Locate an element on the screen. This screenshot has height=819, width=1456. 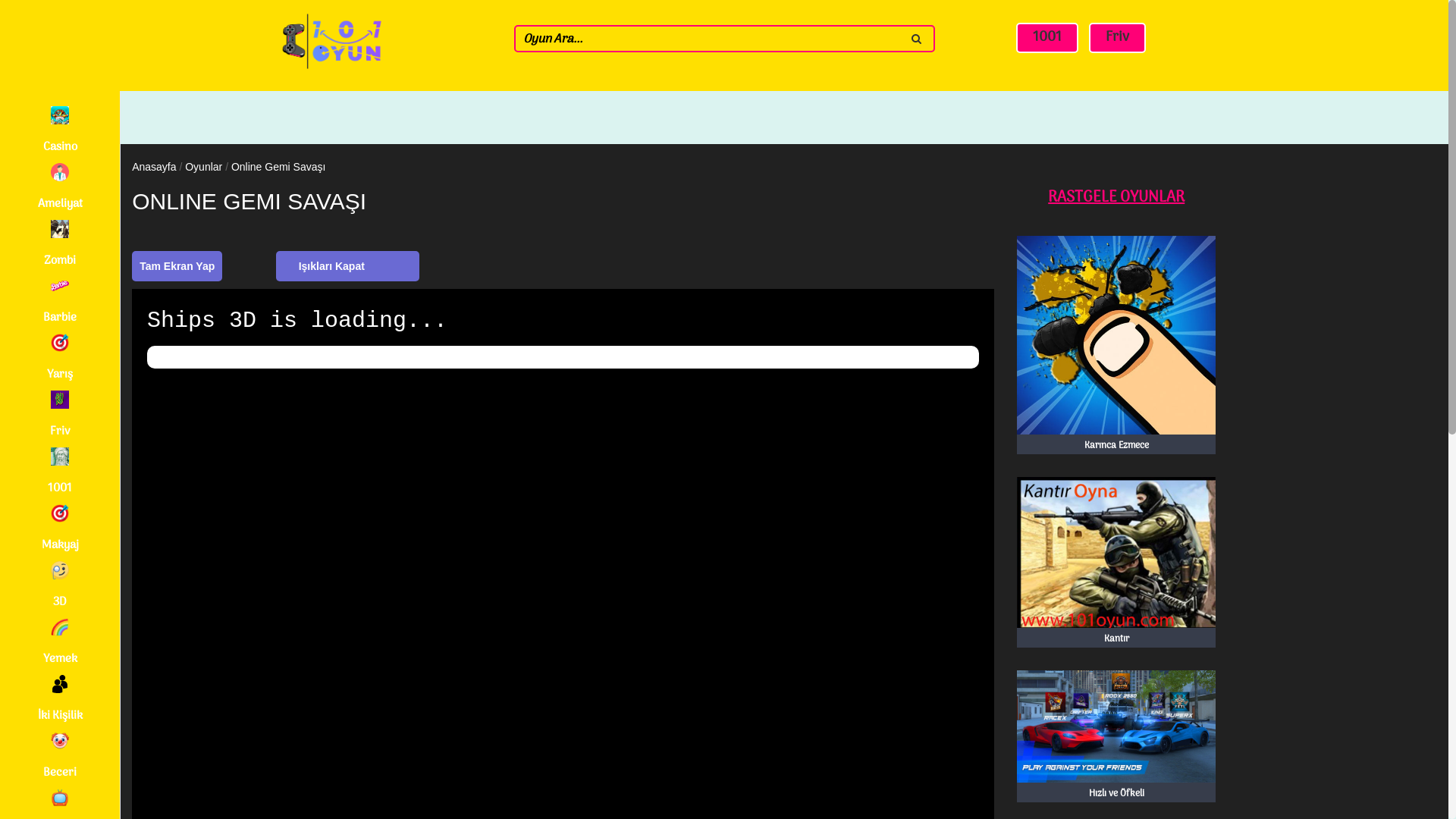
'Casino' is located at coordinates (0, 130).